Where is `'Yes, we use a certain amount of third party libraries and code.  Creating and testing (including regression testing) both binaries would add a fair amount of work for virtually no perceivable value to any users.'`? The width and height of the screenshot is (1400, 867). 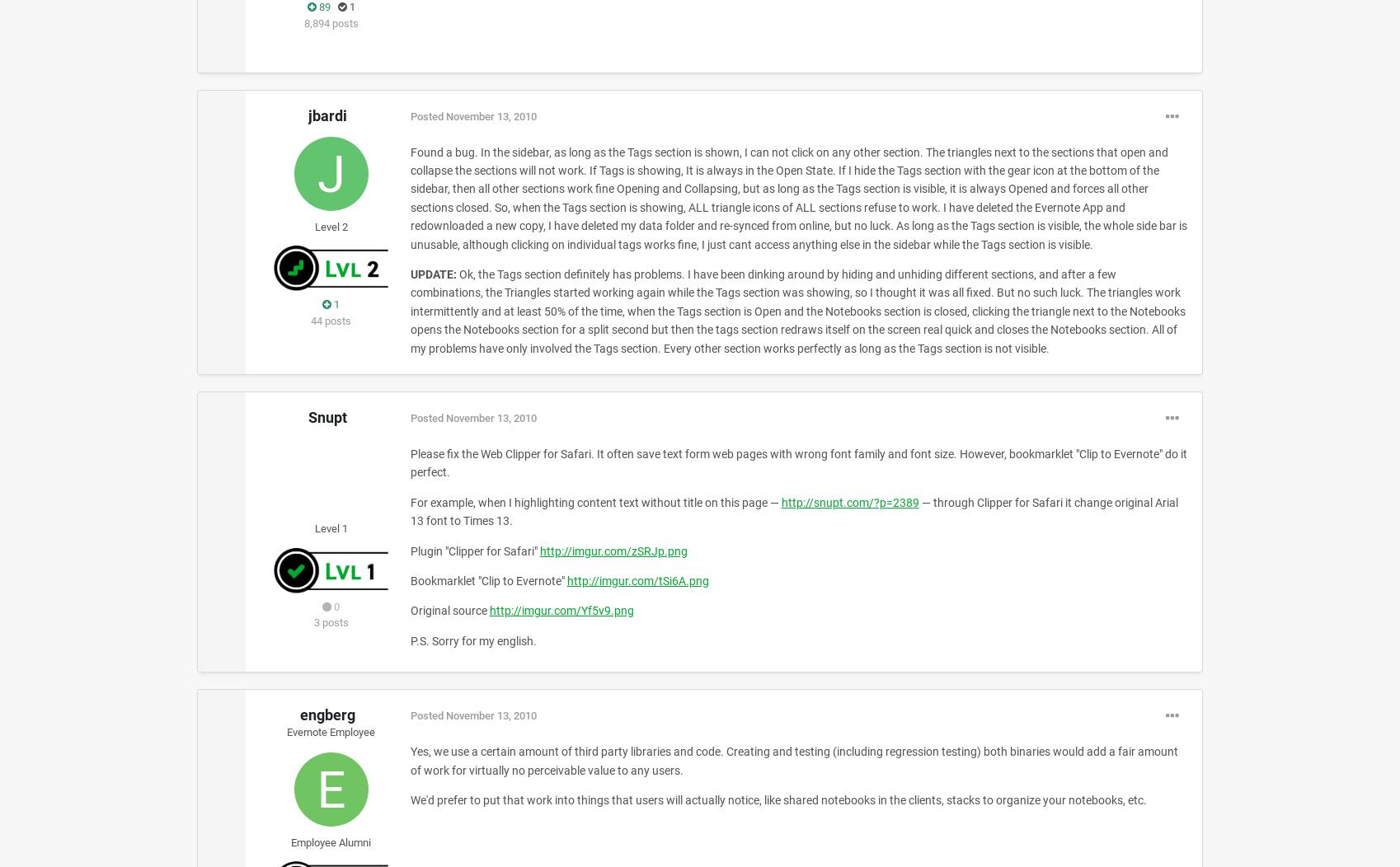
'Yes, we use a certain amount of third party libraries and code.  Creating and testing (including regression testing) both binaries would add a fair amount of work for virtually no perceivable value to any users.' is located at coordinates (792, 760).